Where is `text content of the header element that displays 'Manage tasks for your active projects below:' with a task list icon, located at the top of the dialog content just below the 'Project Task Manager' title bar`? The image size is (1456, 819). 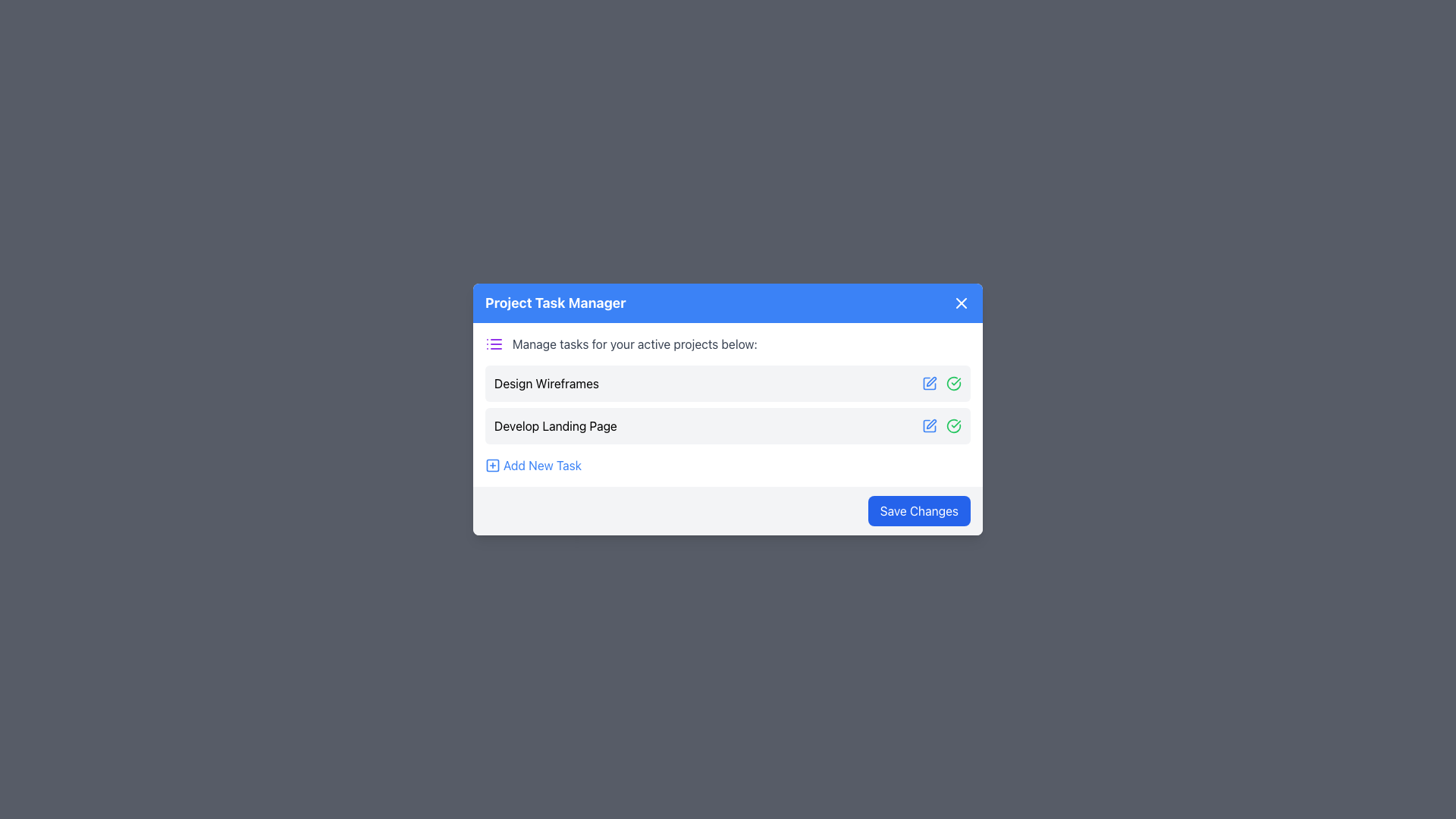 text content of the header element that displays 'Manage tasks for your active projects below:' with a task list icon, located at the top of the dialog content just below the 'Project Task Manager' title bar is located at coordinates (728, 344).